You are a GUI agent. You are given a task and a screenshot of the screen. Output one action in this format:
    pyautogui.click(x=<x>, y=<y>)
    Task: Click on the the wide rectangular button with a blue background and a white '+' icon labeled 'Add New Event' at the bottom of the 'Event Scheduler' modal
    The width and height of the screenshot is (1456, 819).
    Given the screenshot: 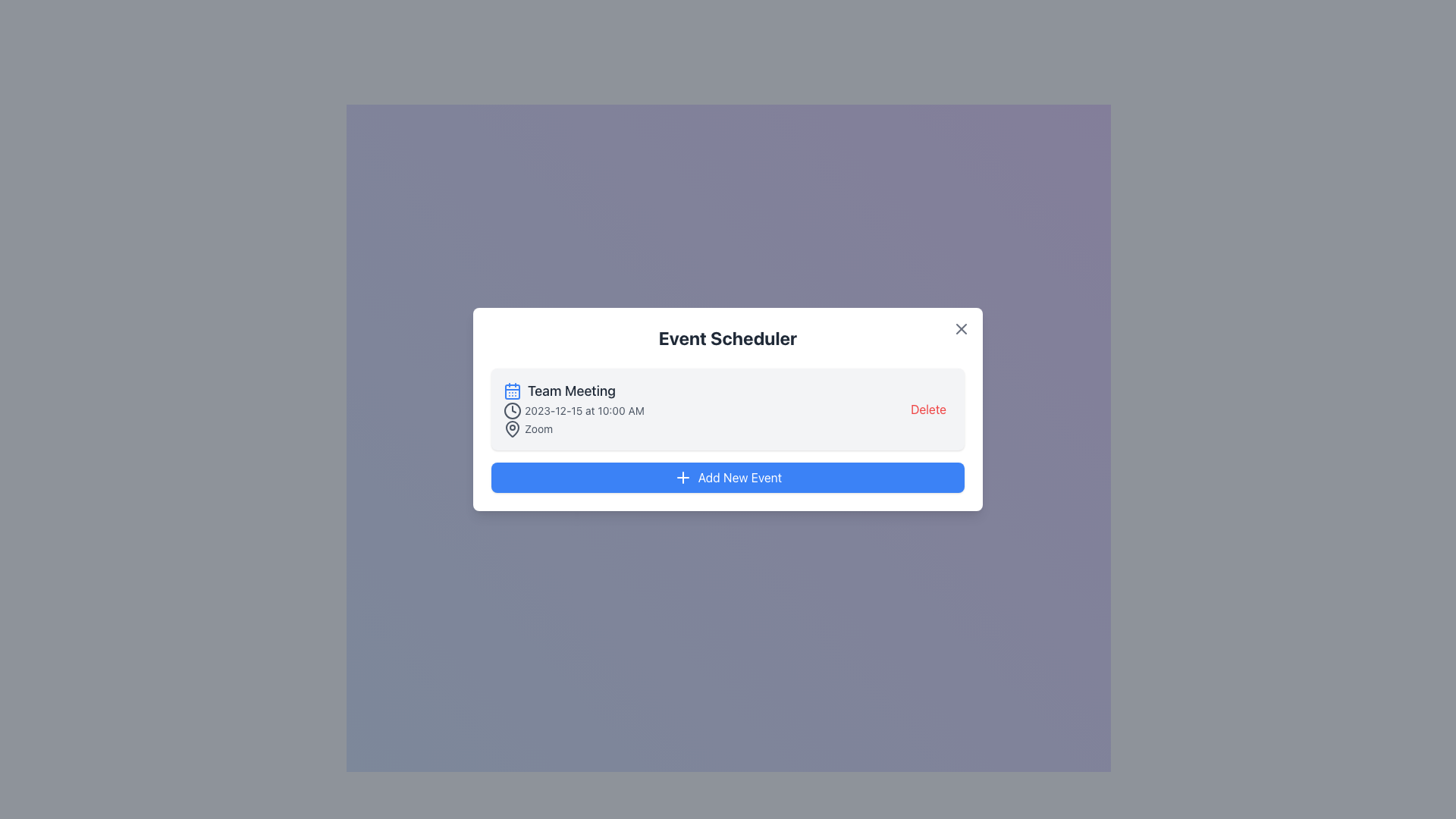 What is the action you would take?
    pyautogui.click(x=728, y=476)
    